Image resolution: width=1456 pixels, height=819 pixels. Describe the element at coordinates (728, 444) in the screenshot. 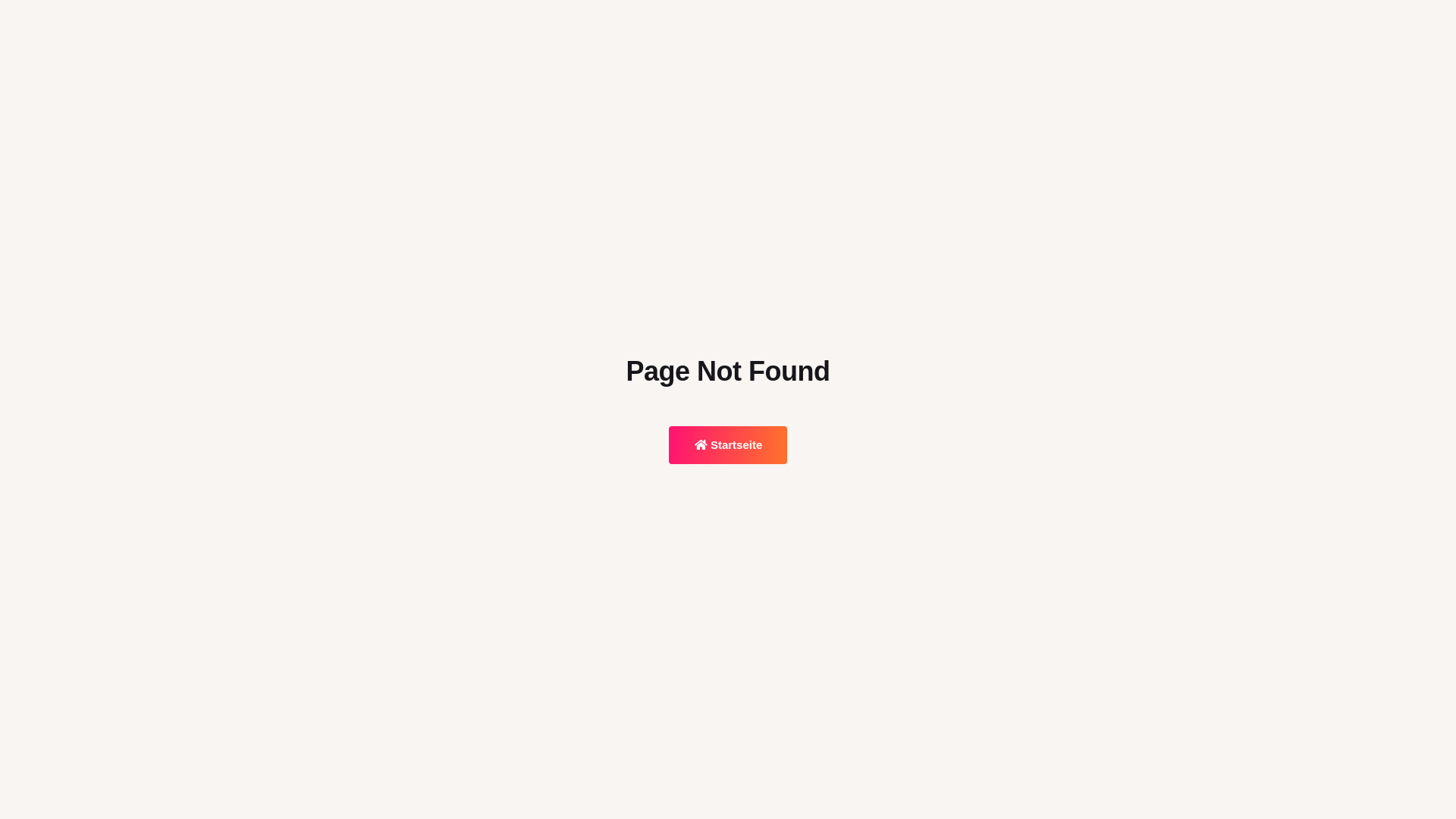

I see `'Startseite'` at that location.